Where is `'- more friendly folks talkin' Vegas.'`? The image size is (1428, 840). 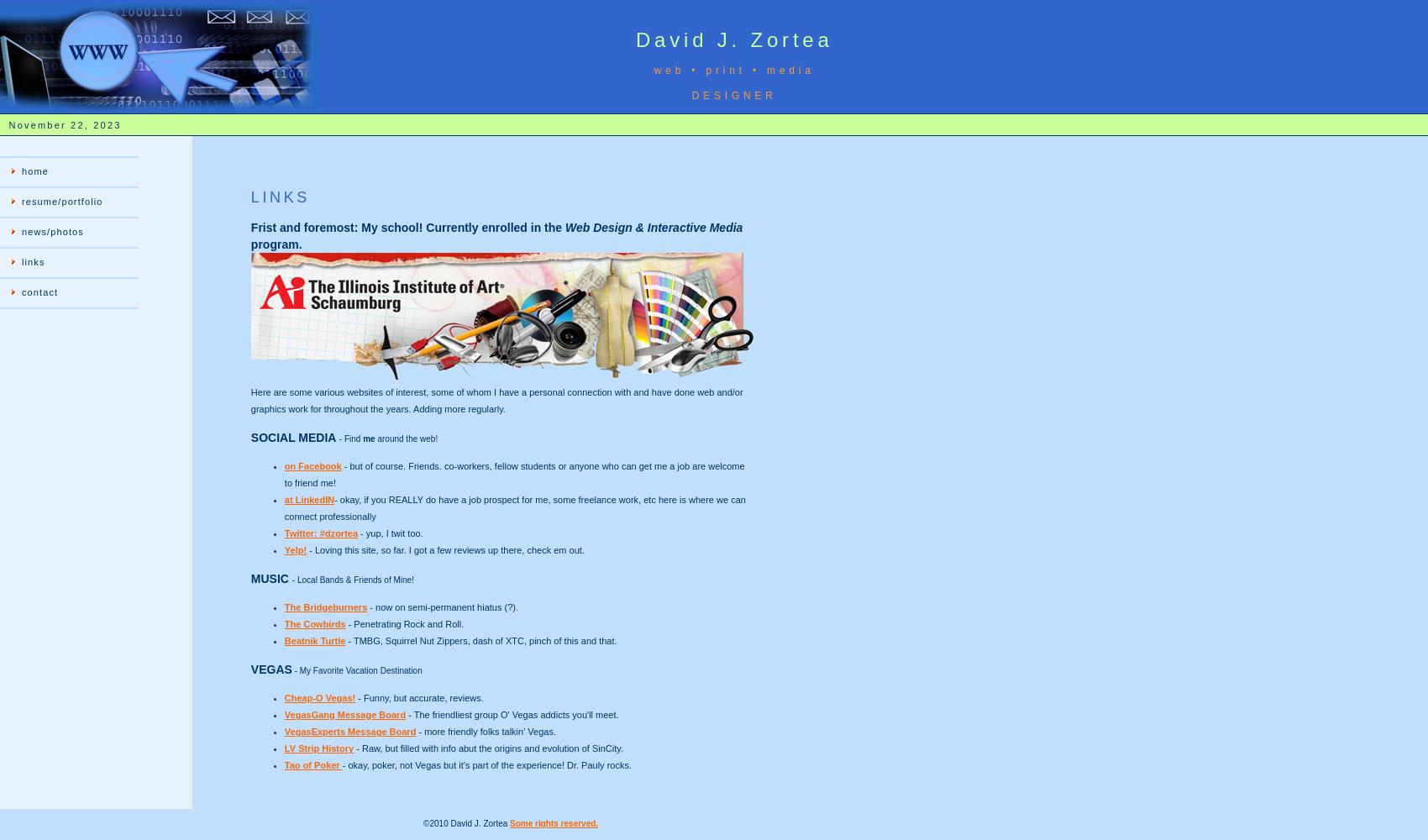 '- more friendly folks talkin' Vegas.' is located at coordinates (485, 731).